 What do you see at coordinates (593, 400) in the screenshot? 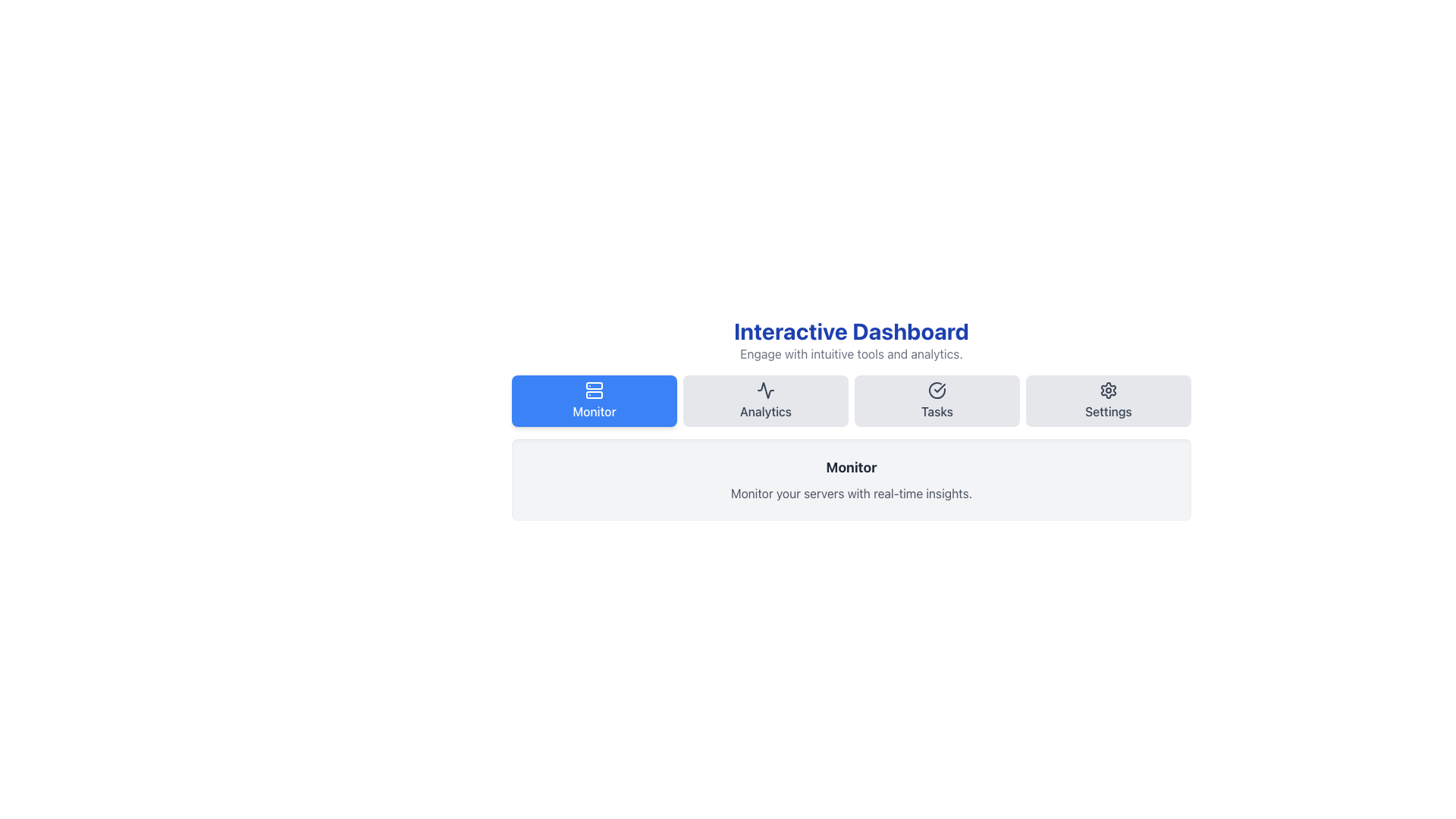
I see `the 'Monitor' button, which is the first in a row of four buttons beneath the 'Interactive Dashboard' title, featuring an icon of stacked server racks and text on a blue background` at bounding box center [593, 400].